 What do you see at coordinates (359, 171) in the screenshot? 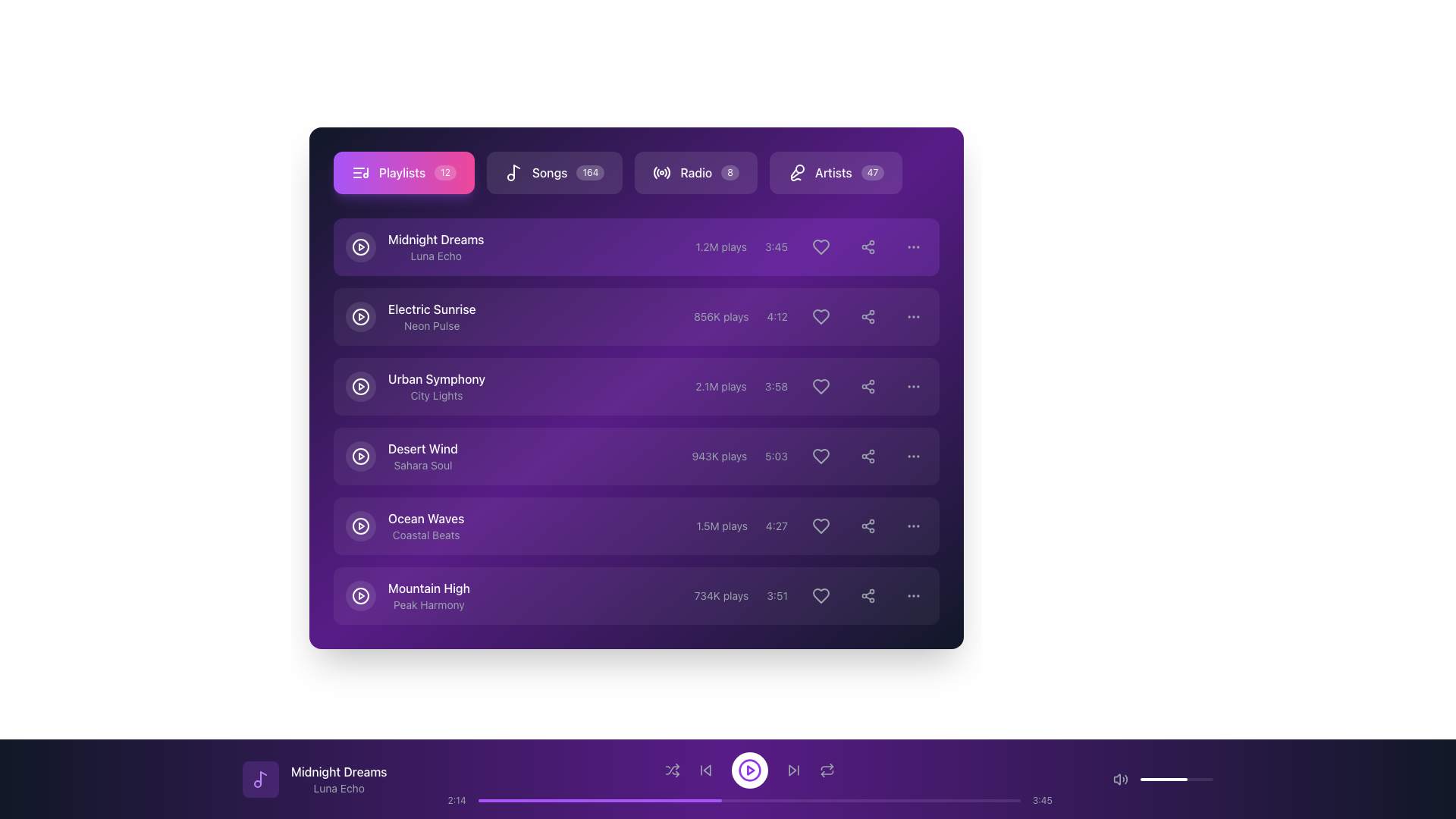
I see `the musical notation icon located within the 'Playlists' button in the top-left corner of the interface` at bounding box center [359, 171].